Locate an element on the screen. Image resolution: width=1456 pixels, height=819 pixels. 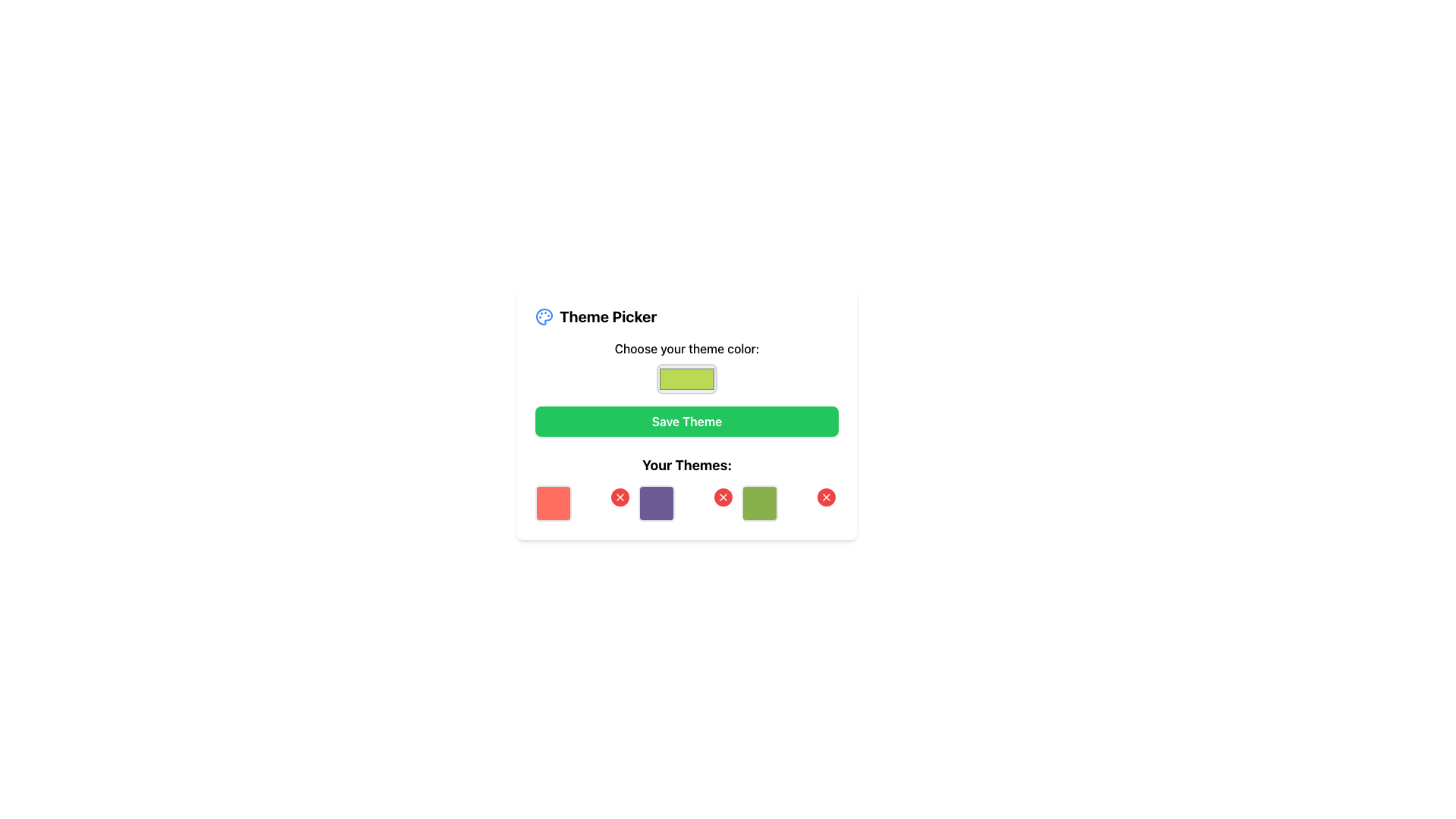
the small, circular red Close button featuring a white 'X' icon, located at the far-right of the row of theme color selectors under the 'Your Themes' section is located at coordinates (825, 497).